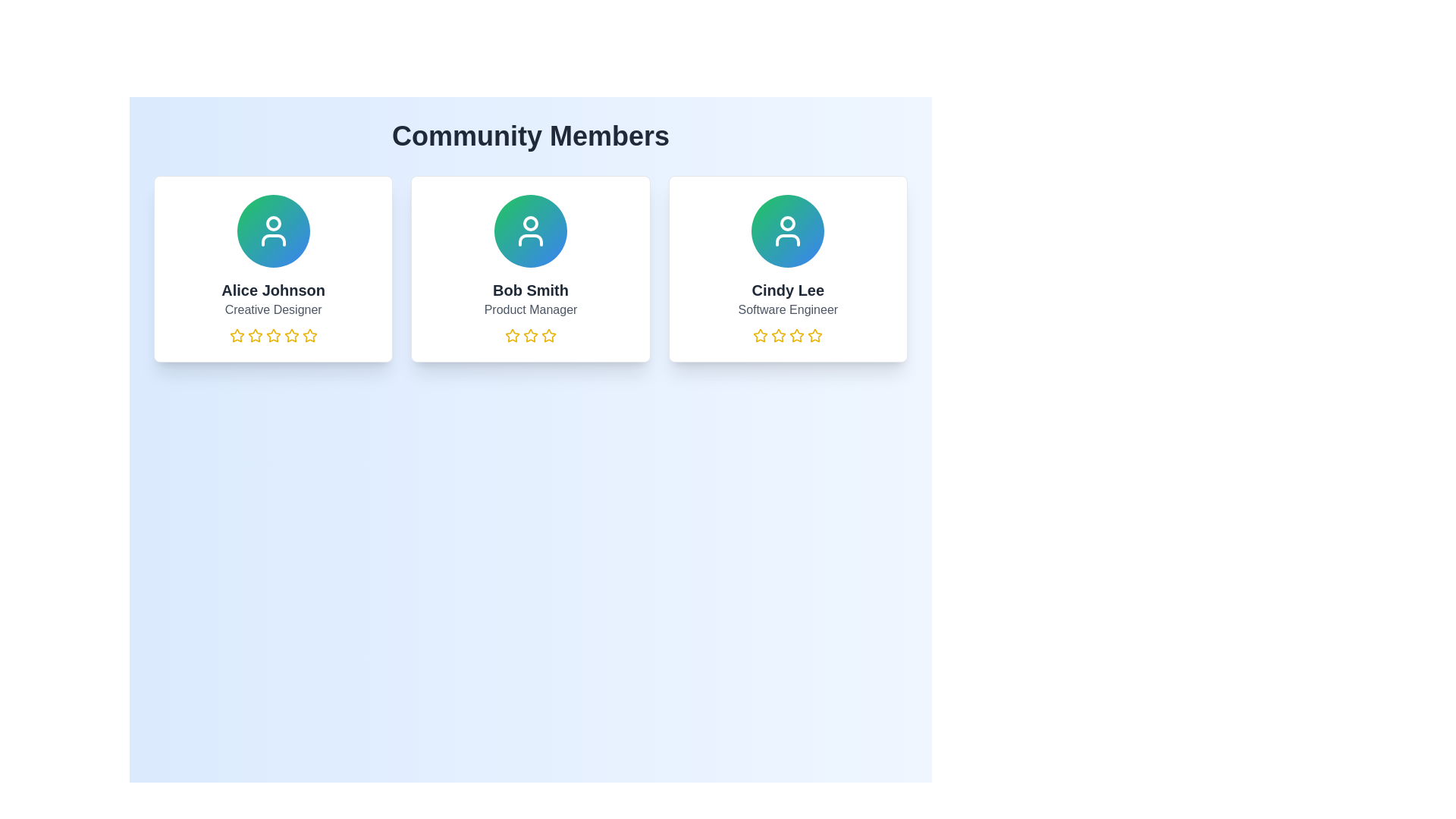 Image resolution: width=1456 pixels, height=819 pixels. What do you see at coordinates (255, 335) in the screenshot?
I see `the third rating star icon, which is a yellow outlined star beneath 'Alice Johnson' and 'Creative Designer'` at bounding box center [255, 335].